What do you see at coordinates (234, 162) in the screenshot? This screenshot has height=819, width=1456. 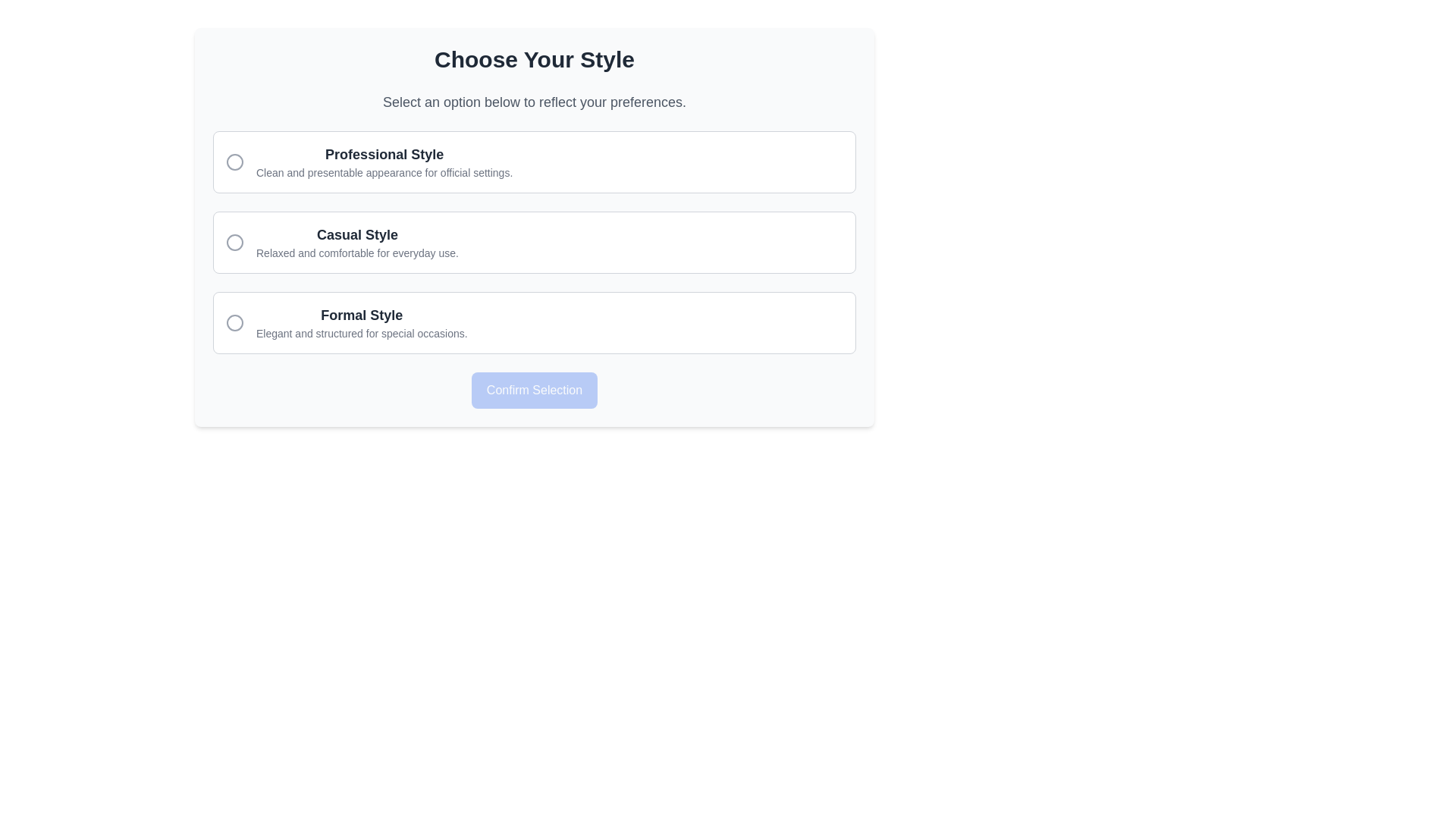 I see `the circular radio button with a thin outline and a filled dot in the center, located on the left side of the 'Professional Style' option in the vertical list of styles` at bounding box center [234, 162].